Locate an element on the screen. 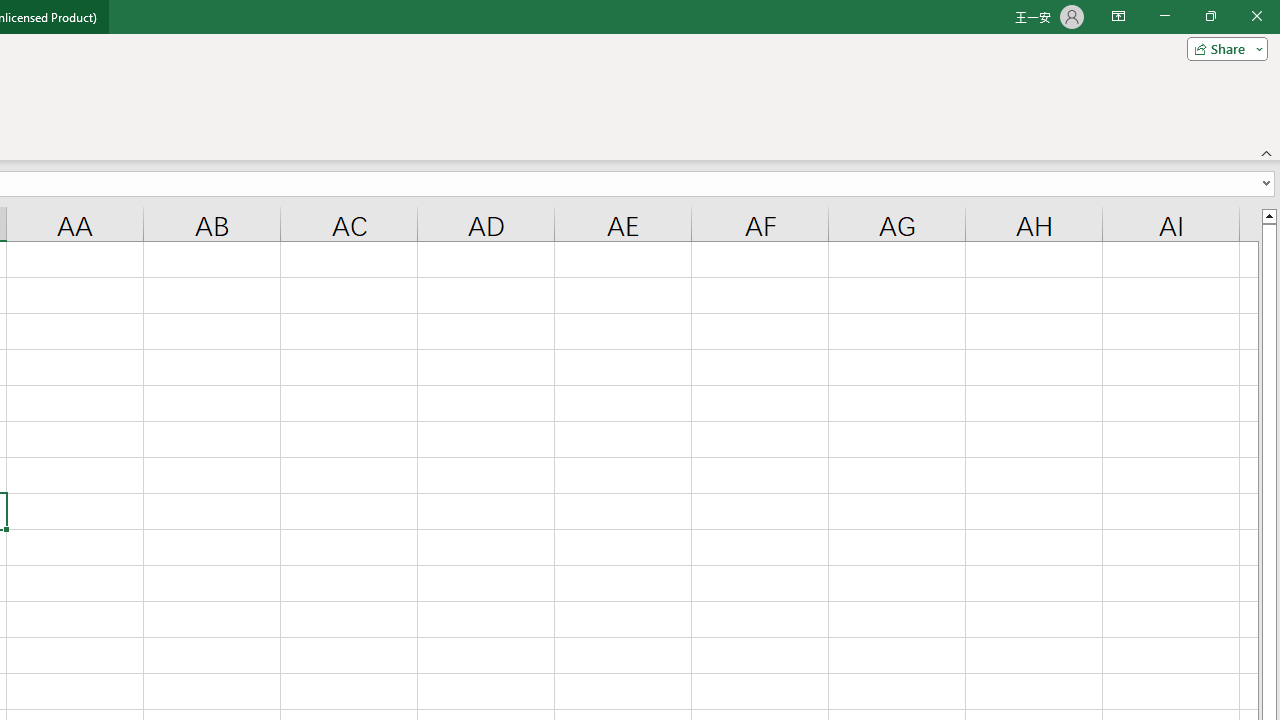 This screenshot has height=720, width=1280. 'Share' is located at coordinates (1222, 47).